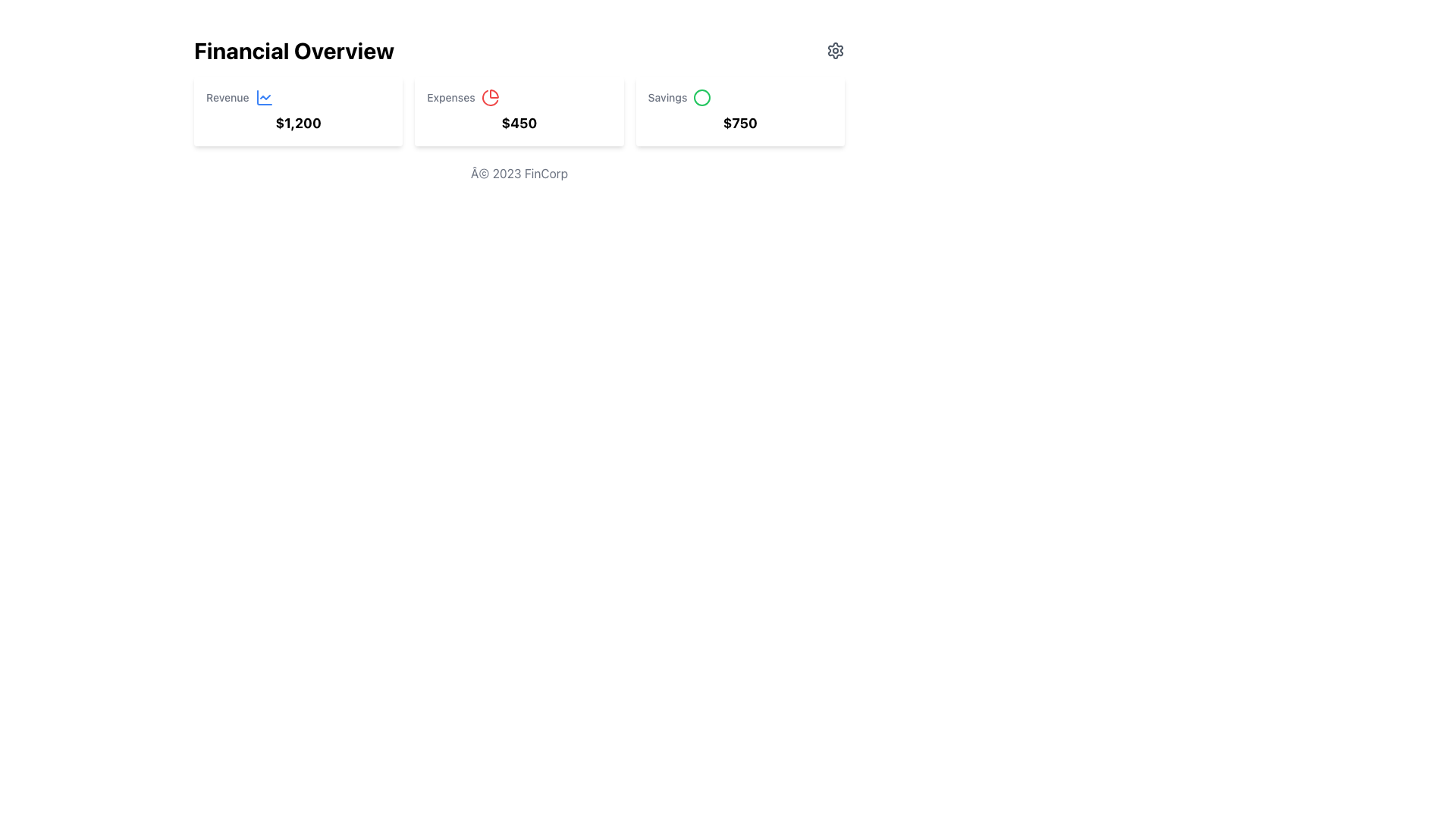  What do you see at coordinates (519, 122) in the screenshot?
I see `the bold text label displaying '$450', which is located below the title 'Expenses' and to the right of a pie chart icon within a card-like layout` at bounding box center [519, 122].